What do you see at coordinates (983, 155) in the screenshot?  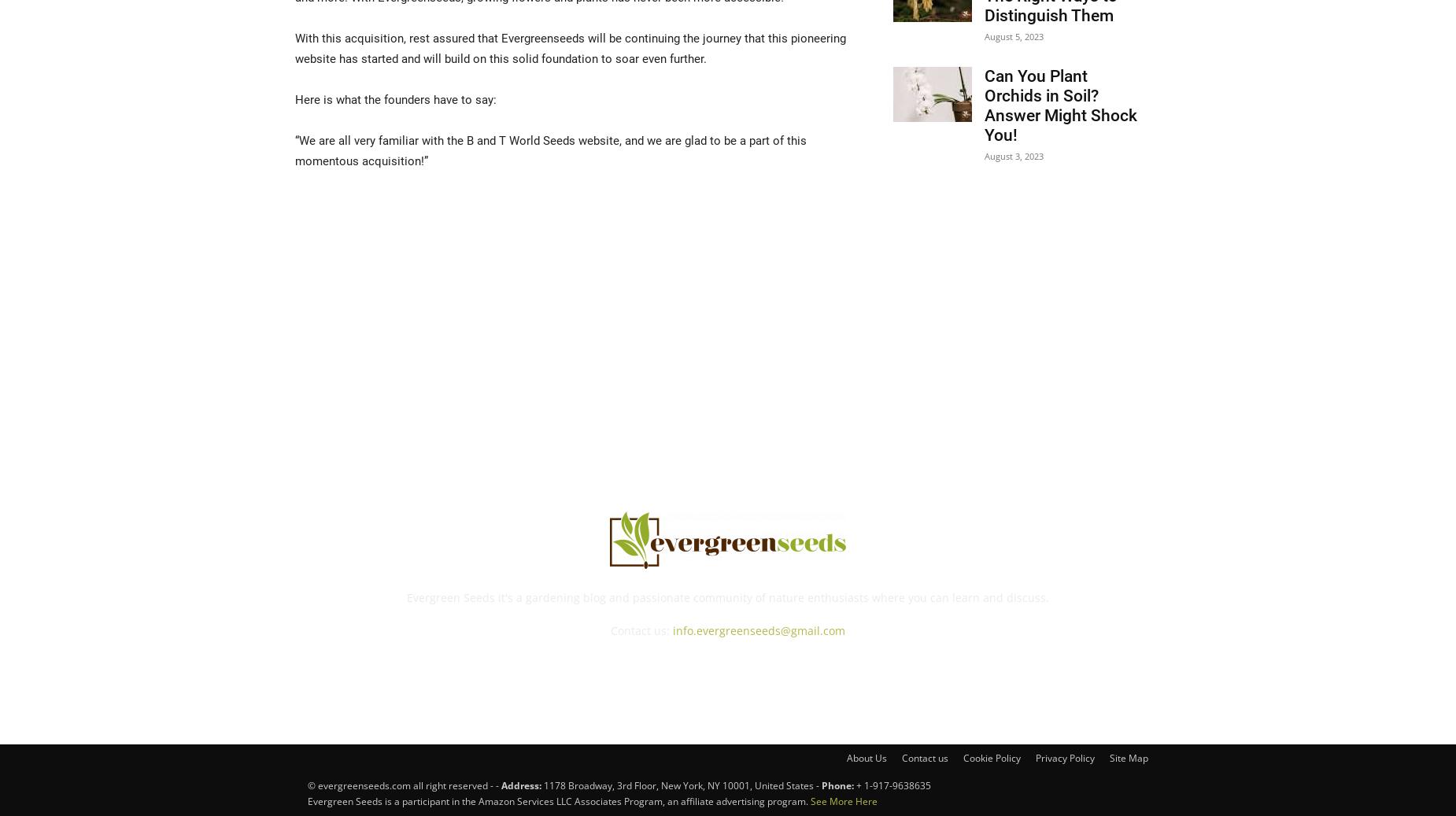 I see `'August 3, 2023'` at bounding box center [983, 155].